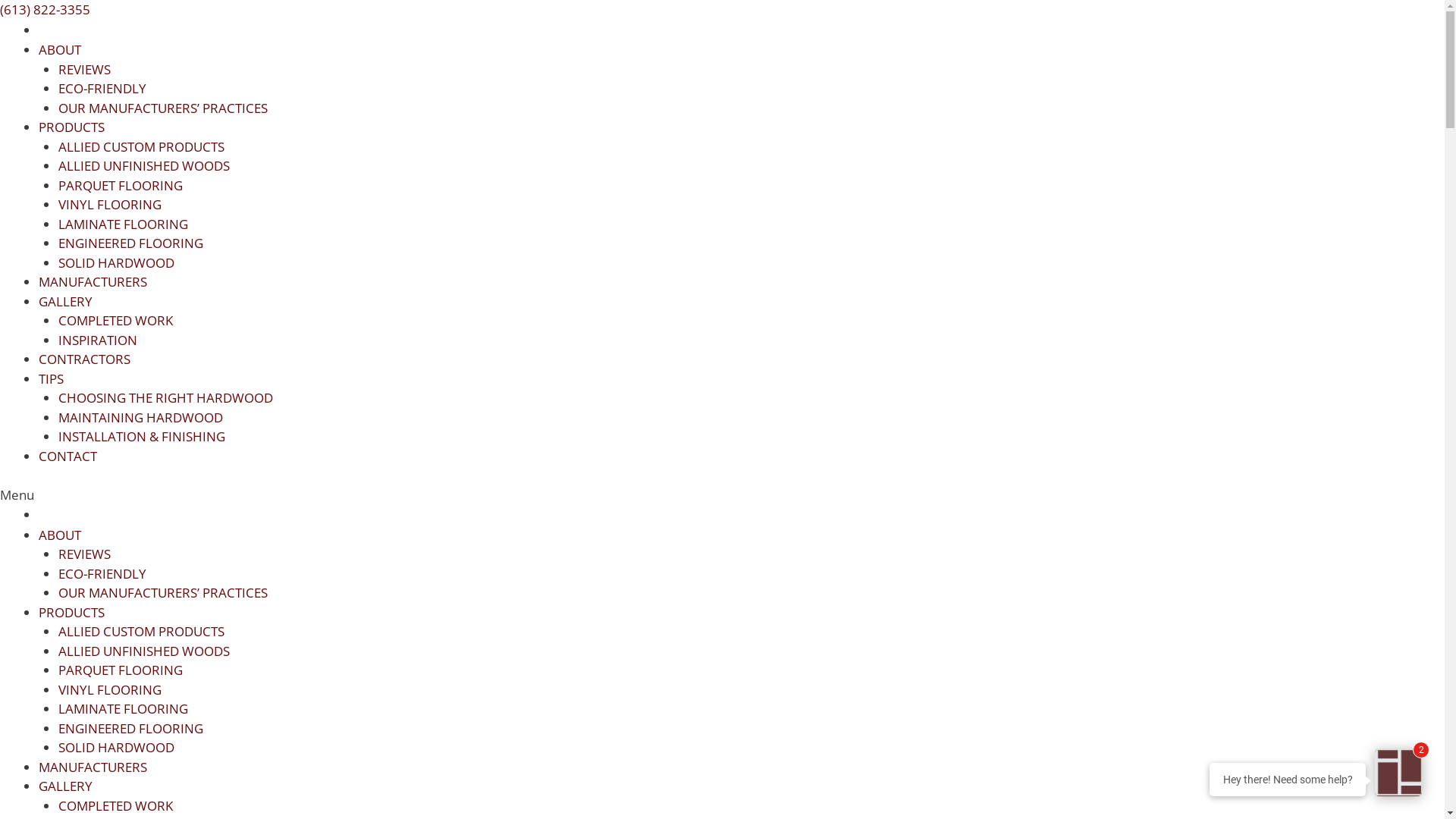  I want to click on 'MANUFACTURERS', so click(92, 767).